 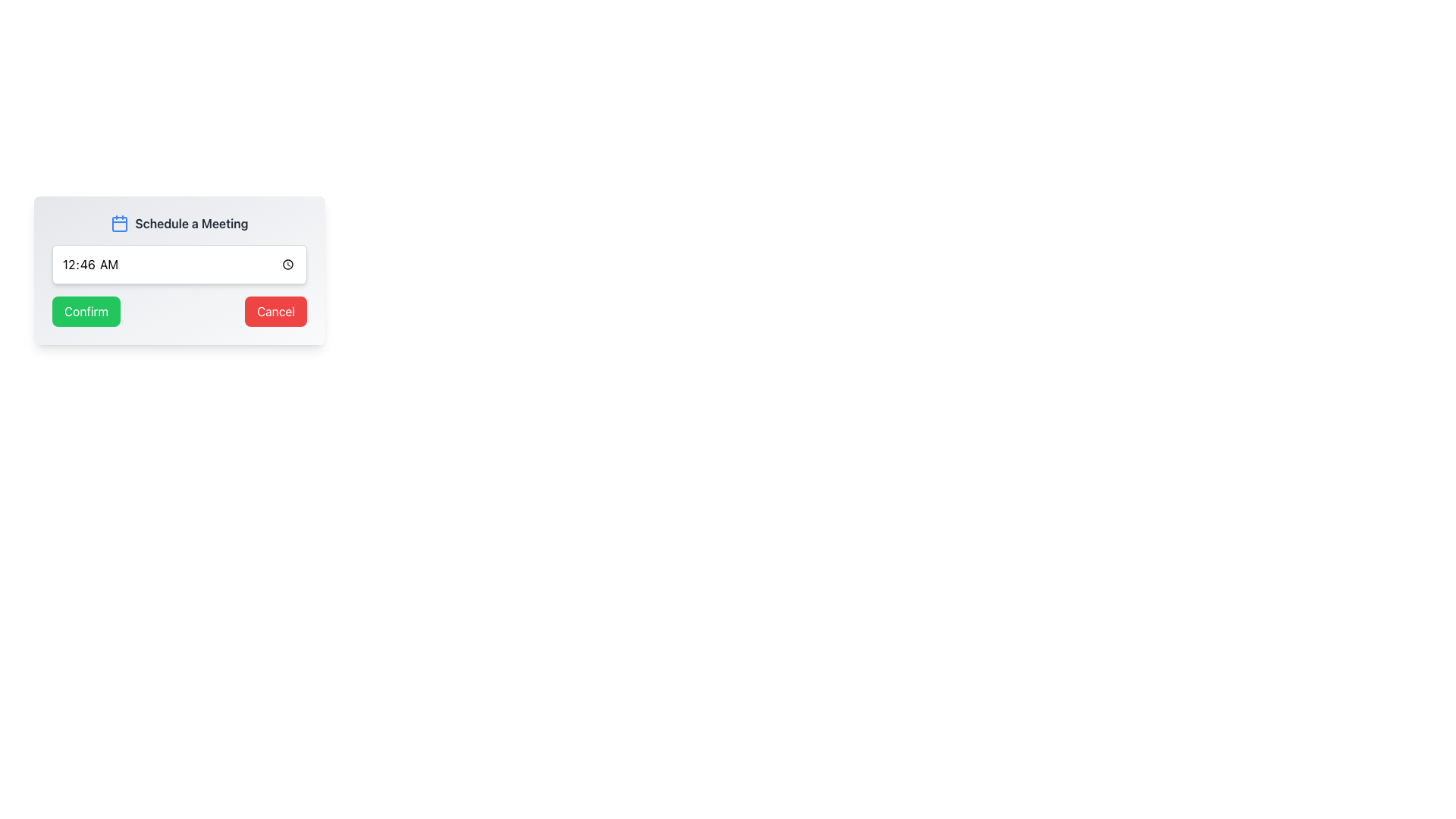 I want to click on the bolded text label reading 'Schedule a Meeting' in dark gray, located to the right of a calendar icon in the upper section of a card layout, so click(x=191, y=223).